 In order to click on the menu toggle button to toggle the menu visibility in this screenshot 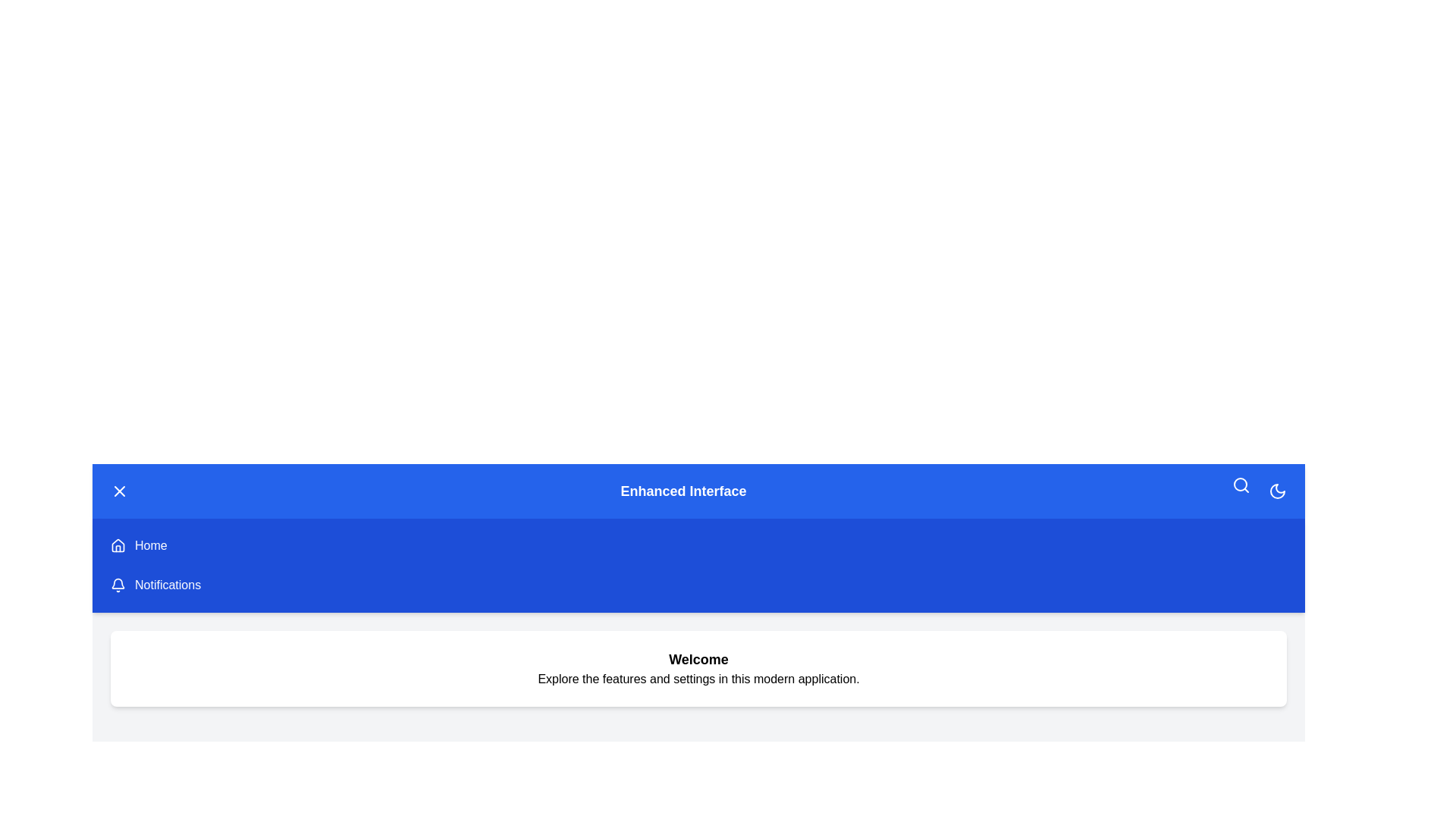, I will do `click(119, 491)`.